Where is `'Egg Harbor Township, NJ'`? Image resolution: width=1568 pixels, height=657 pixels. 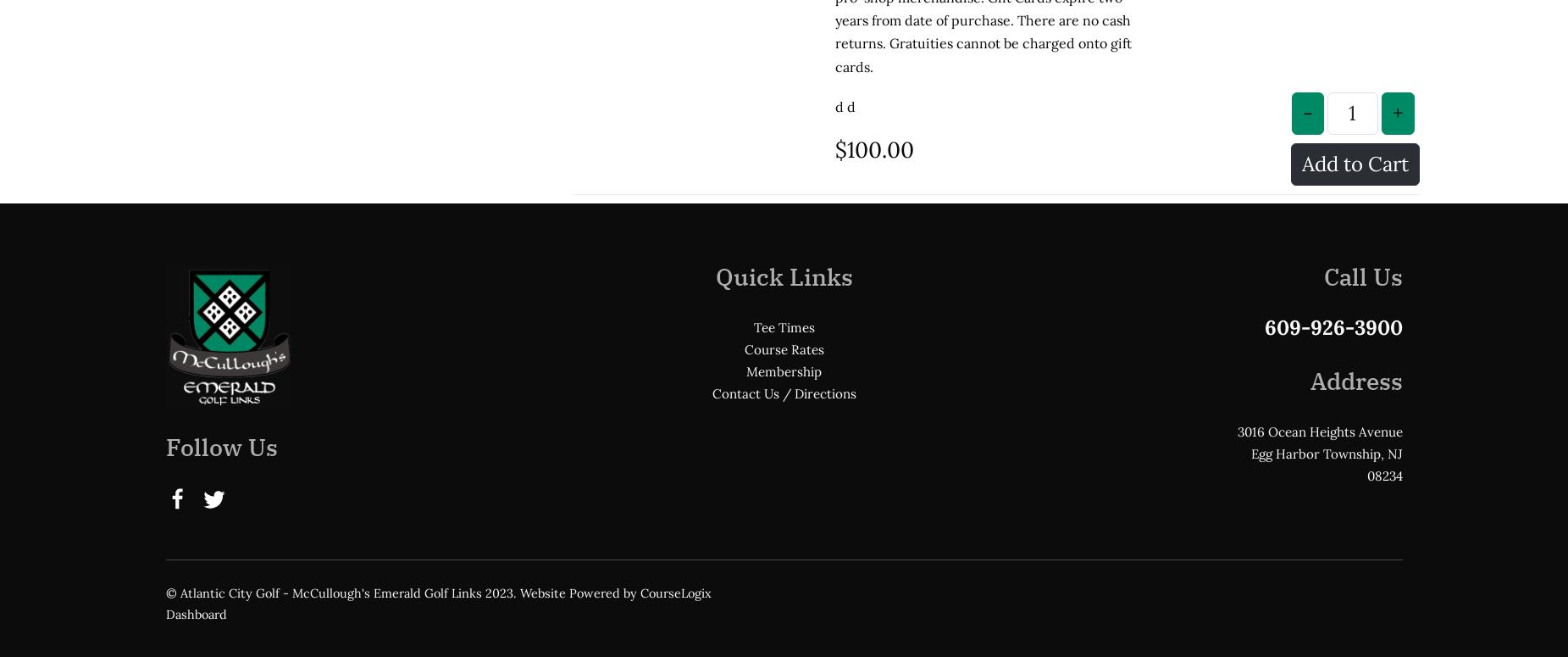 'Egg Harbor Township, NJ' is located at coordinates (1249, 313).